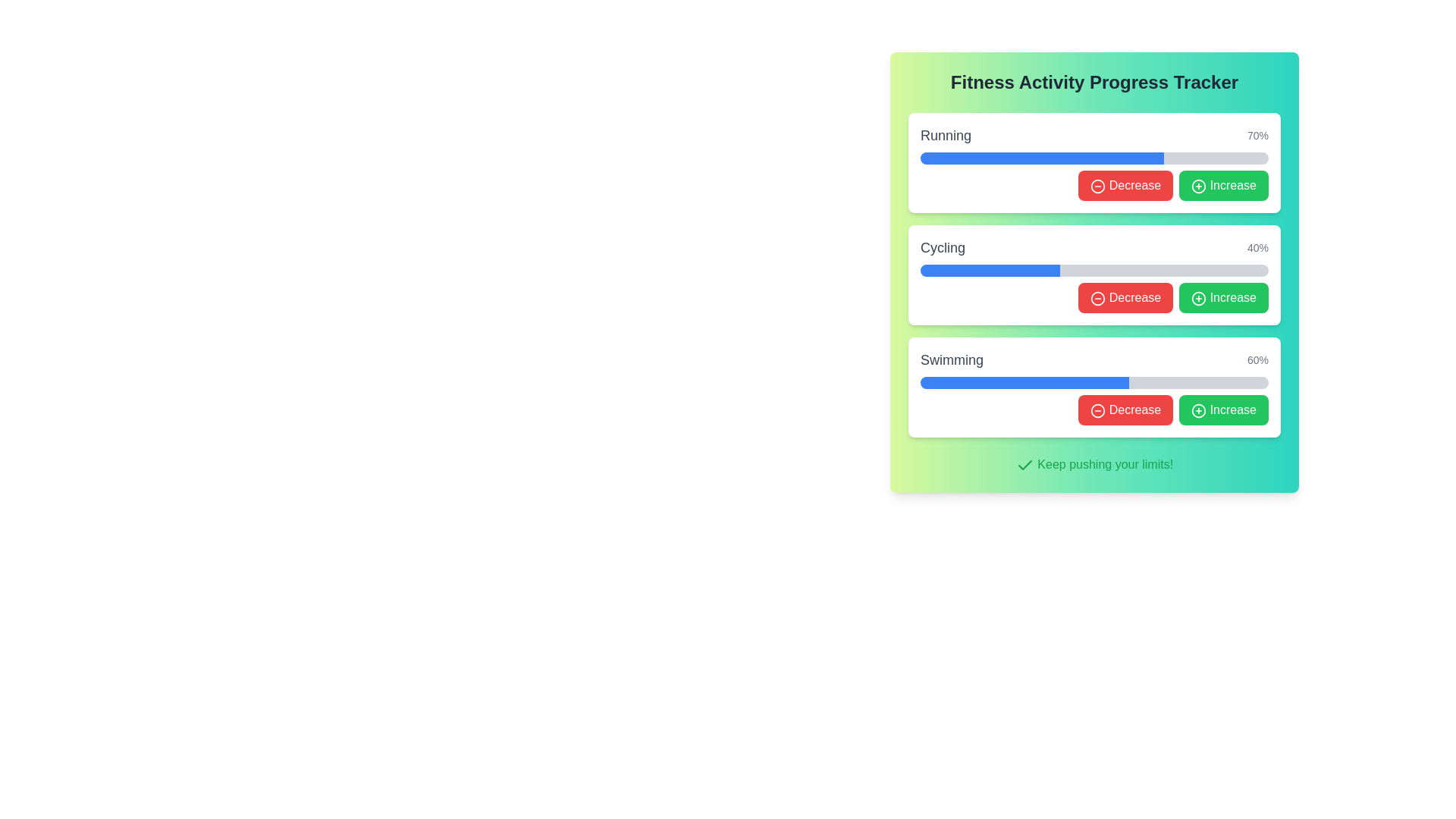  What do you see at coordinates (988, 270) in the screenshot?
I see `the progress for cycling activity` at bounding box center [988, 270].